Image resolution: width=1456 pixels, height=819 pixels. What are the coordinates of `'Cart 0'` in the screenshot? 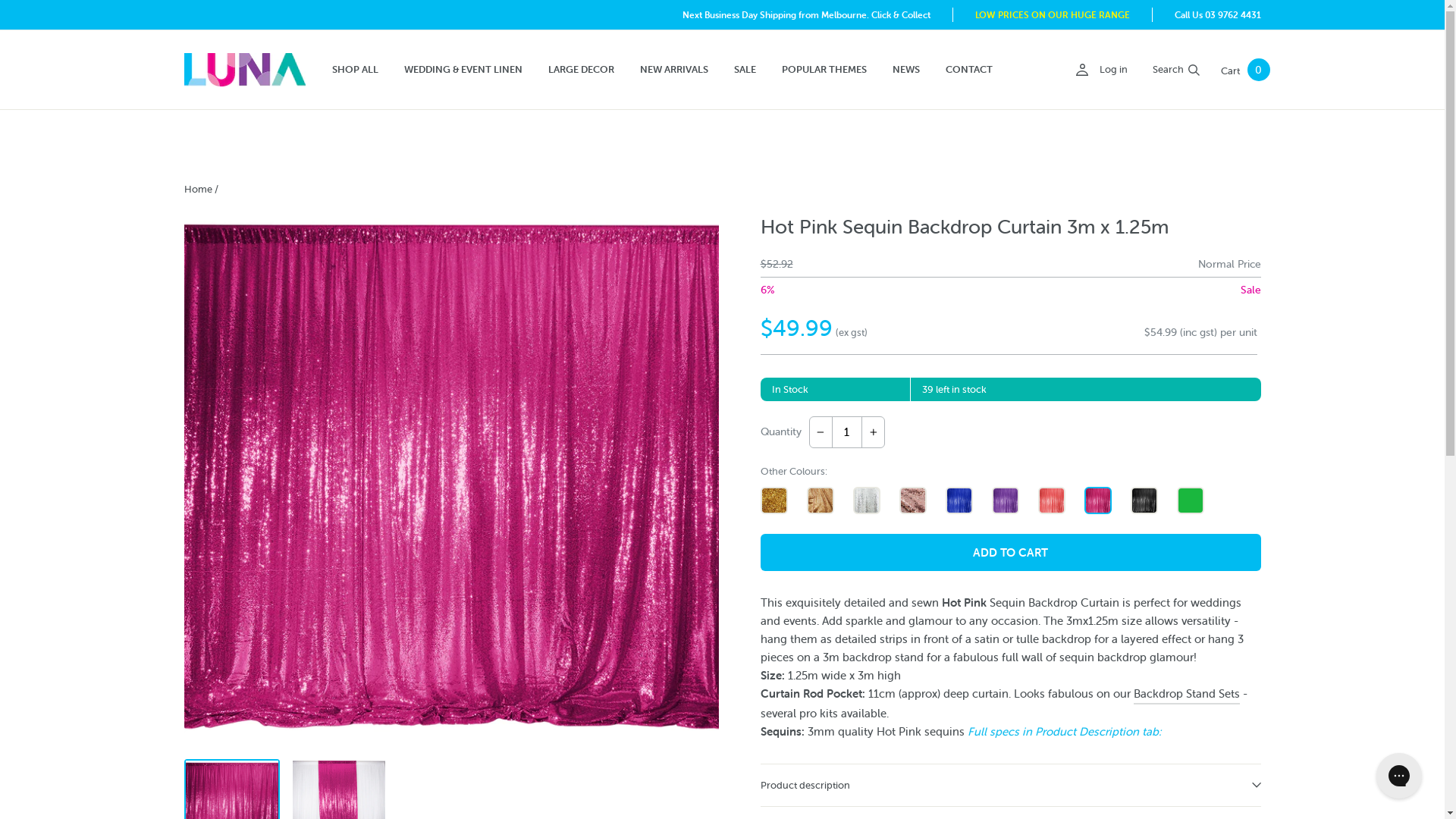 It's located at (1245, 70).